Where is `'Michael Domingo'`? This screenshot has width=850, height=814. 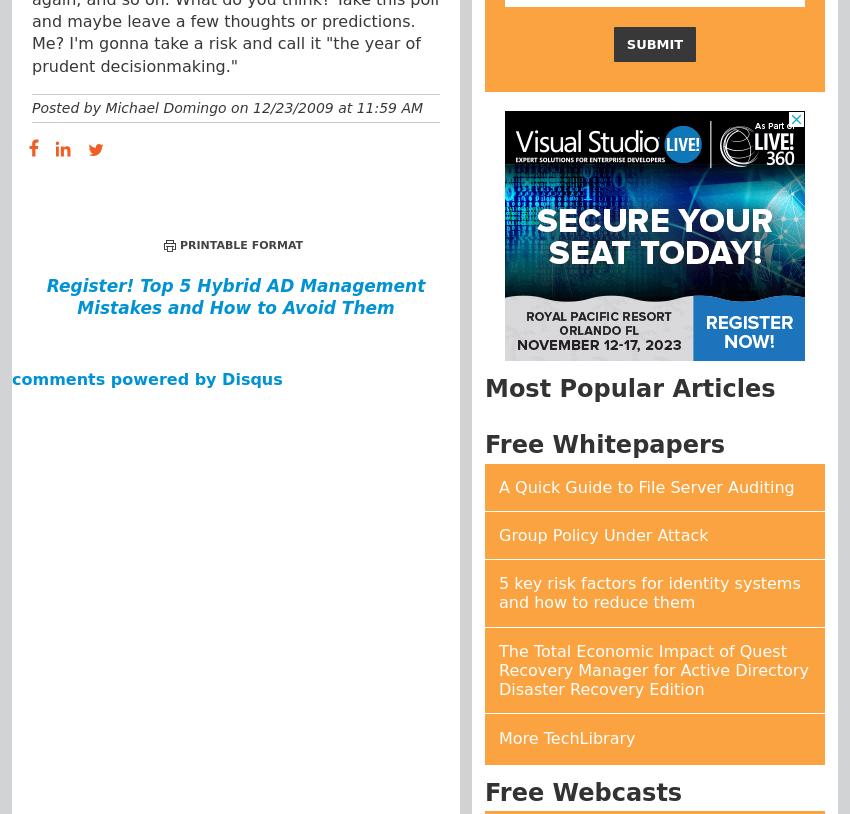
'Michael Domingo' is located at coordinates (165, 105).